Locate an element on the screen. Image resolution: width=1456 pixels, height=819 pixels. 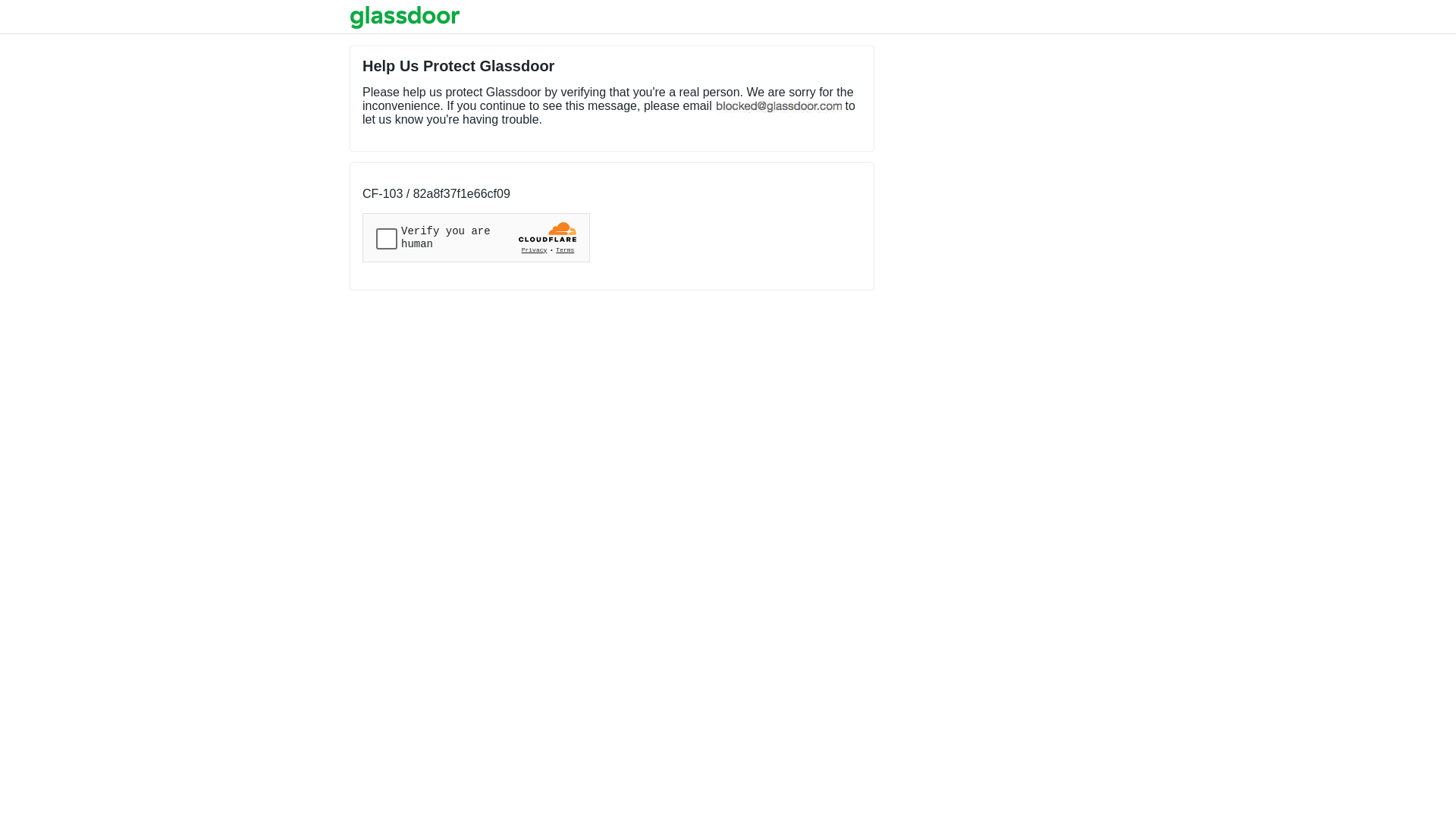
'Widget containing a Cloudflare security challenge' is located at coordinates (475, 237).